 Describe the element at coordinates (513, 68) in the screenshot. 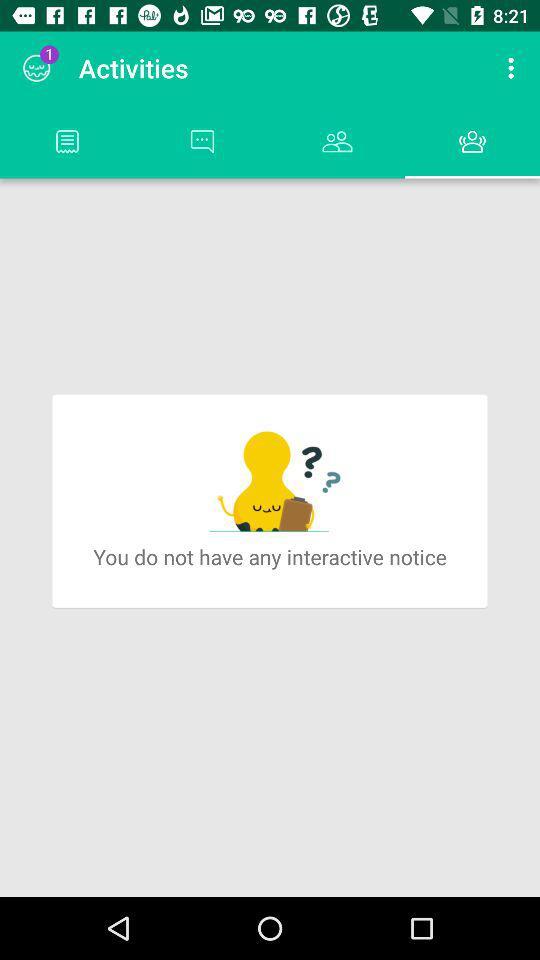

I see `app to the right of the activities item` at that location.